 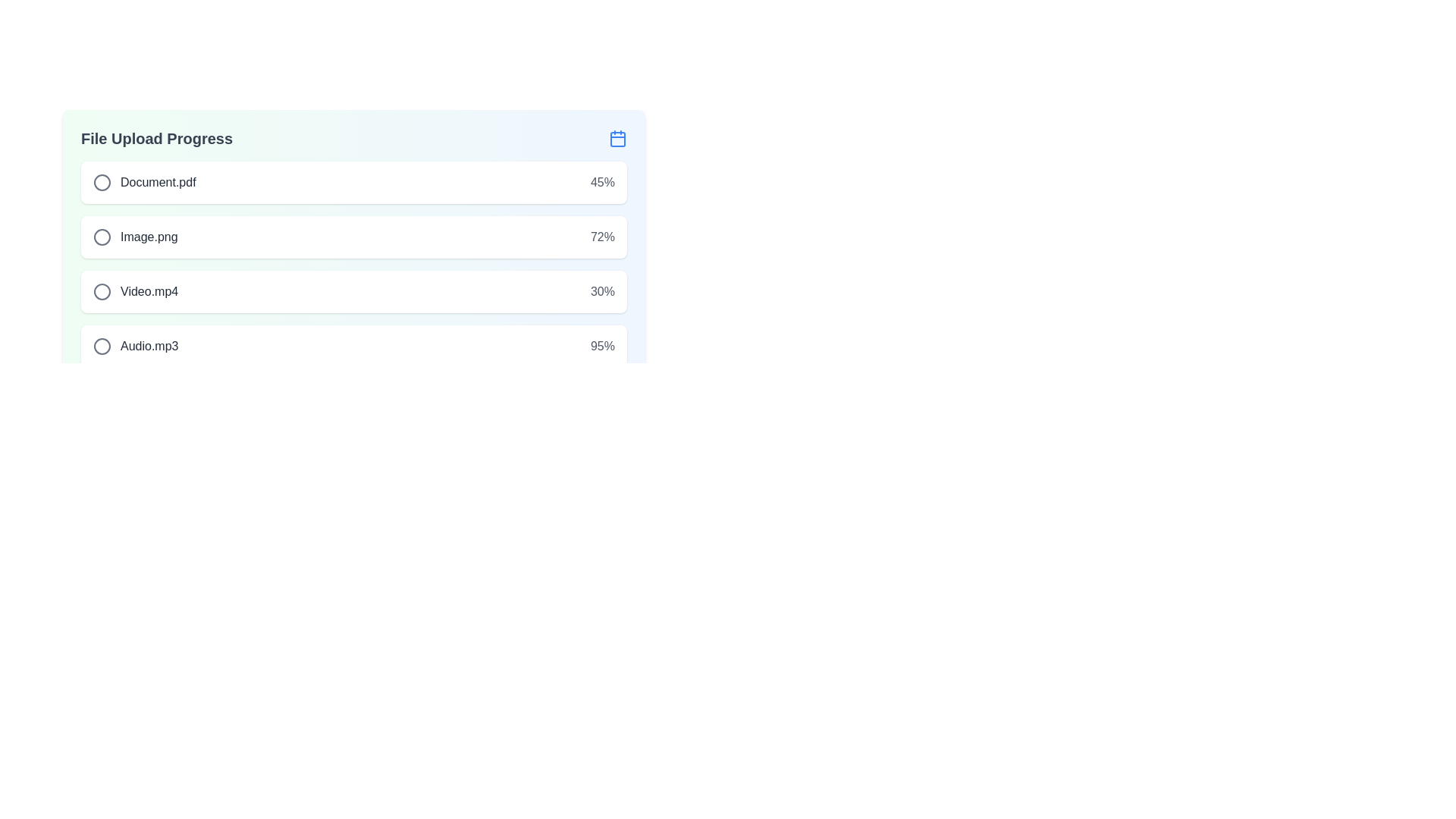 I want to click on the text label displaying 'Document.pdf' in the file upload progress interface, located between the circular icon and other file labels, so click(x=158, y=181).